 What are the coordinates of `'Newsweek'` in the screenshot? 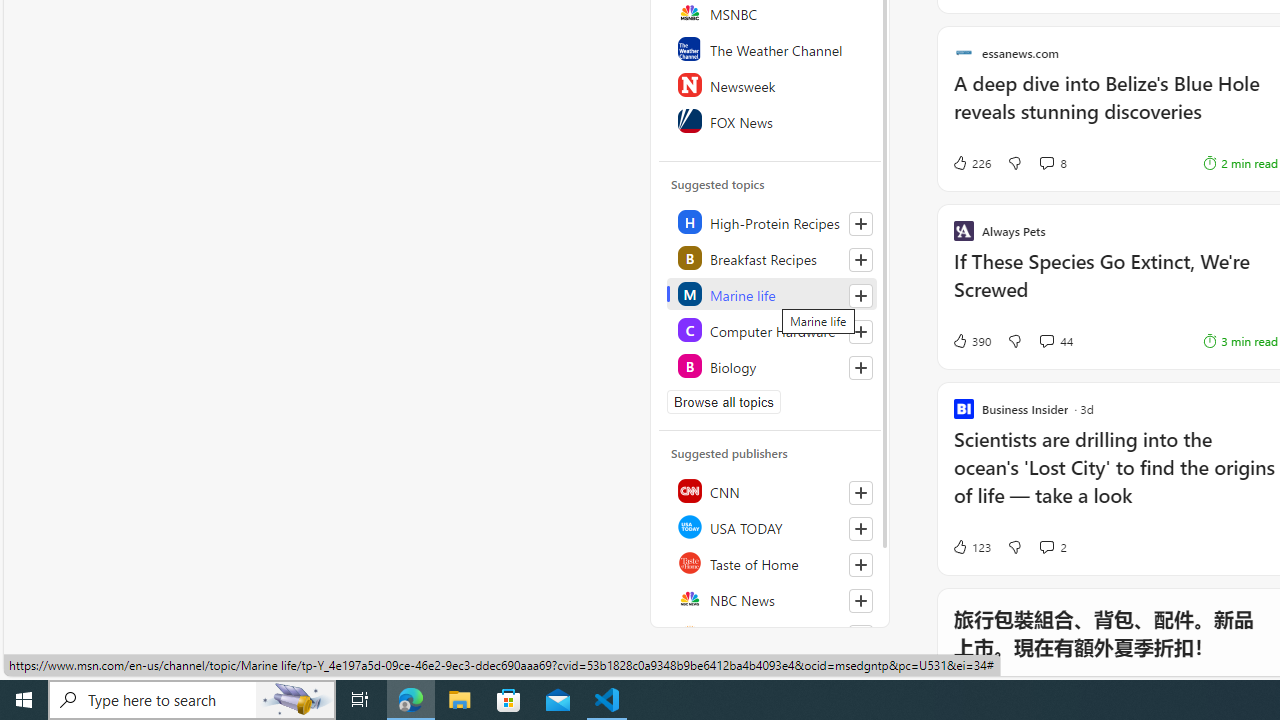 It's located at (770, 83).